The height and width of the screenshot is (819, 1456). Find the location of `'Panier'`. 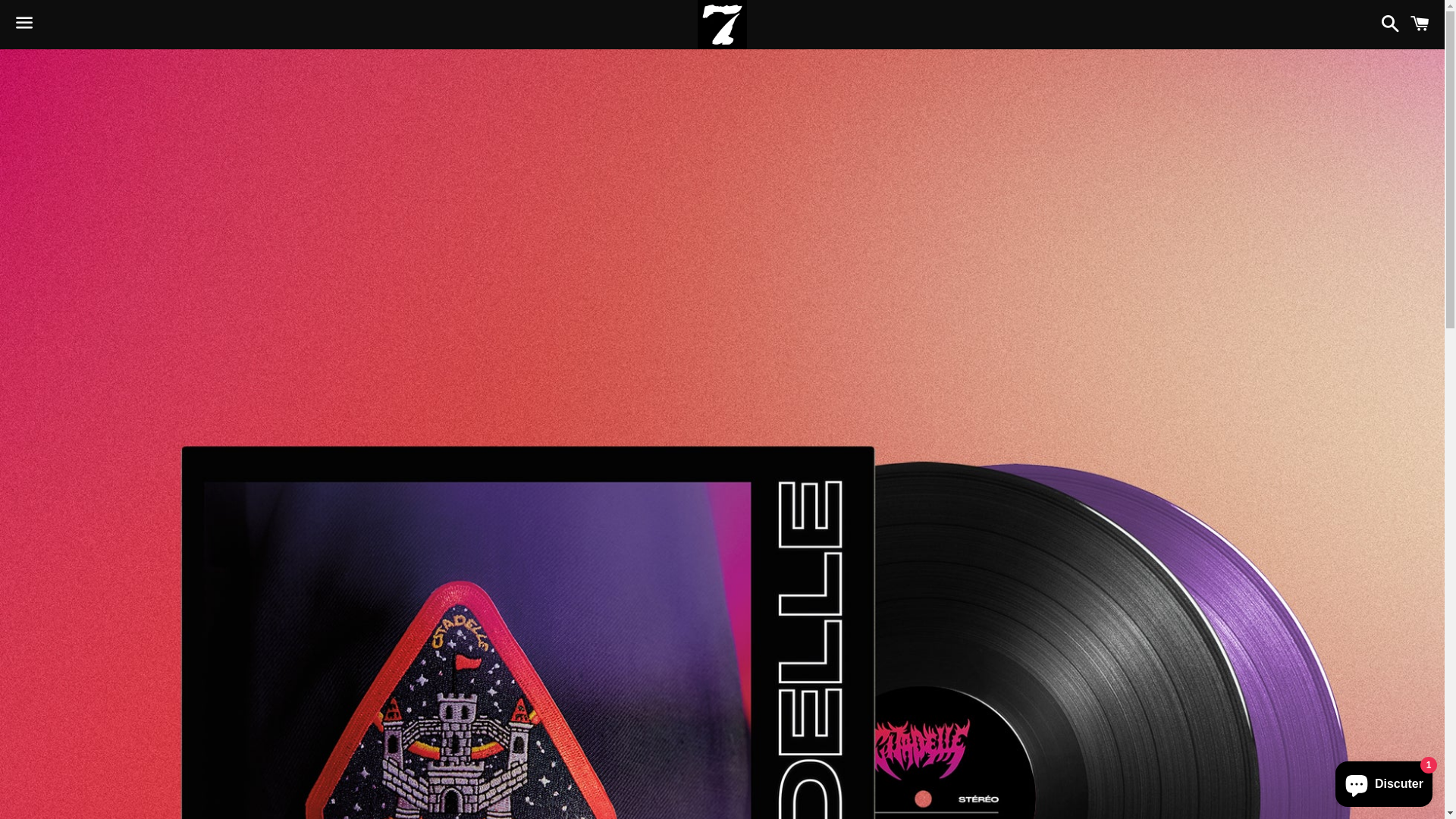

'Panier' is located at coordinates (1419, 24).